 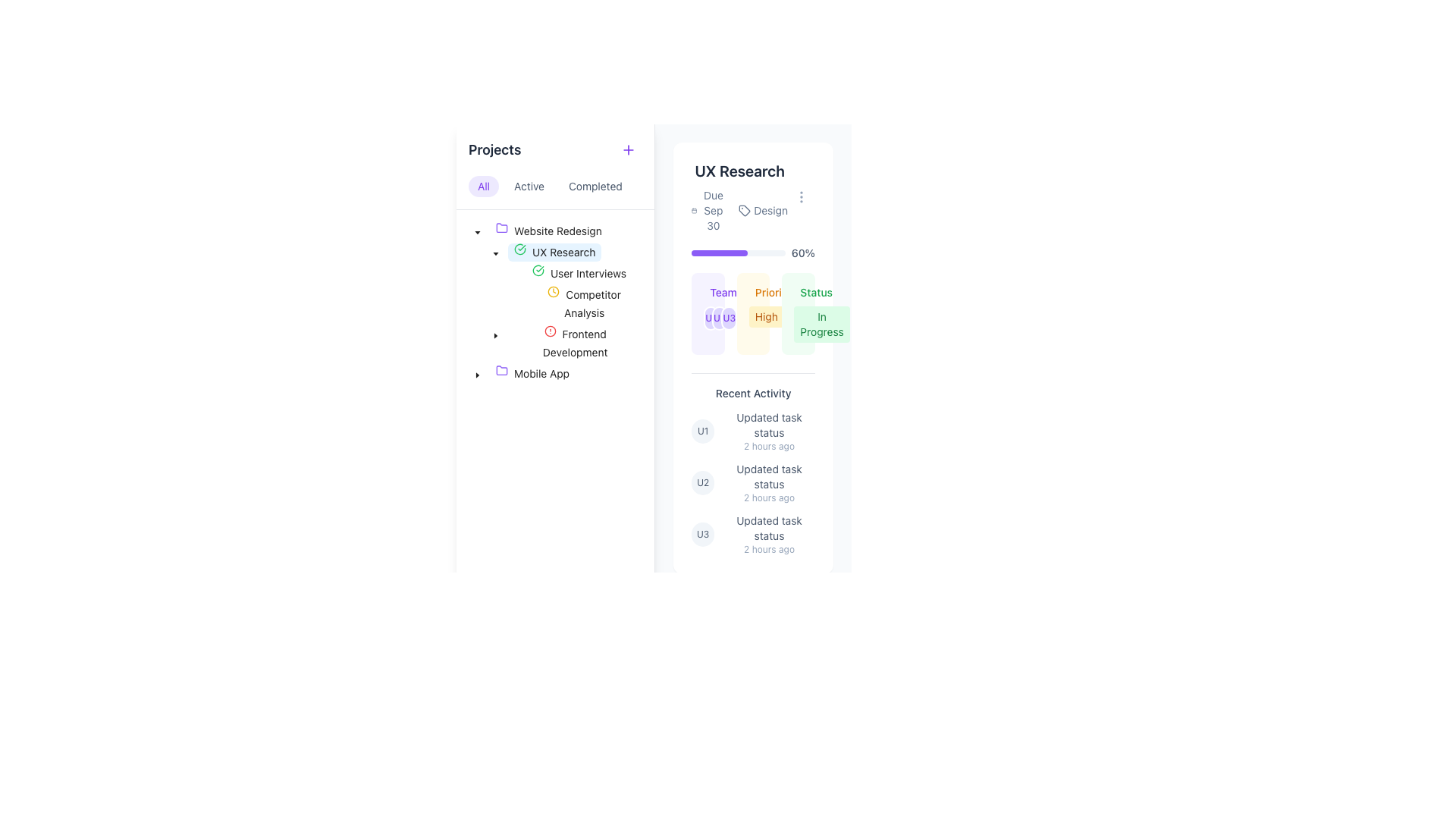 I want to click on the status indication of the Checkmark icon indicating the completion status for 'User Interviews' within the 'UX Research' section, so click(x=538, y=270).